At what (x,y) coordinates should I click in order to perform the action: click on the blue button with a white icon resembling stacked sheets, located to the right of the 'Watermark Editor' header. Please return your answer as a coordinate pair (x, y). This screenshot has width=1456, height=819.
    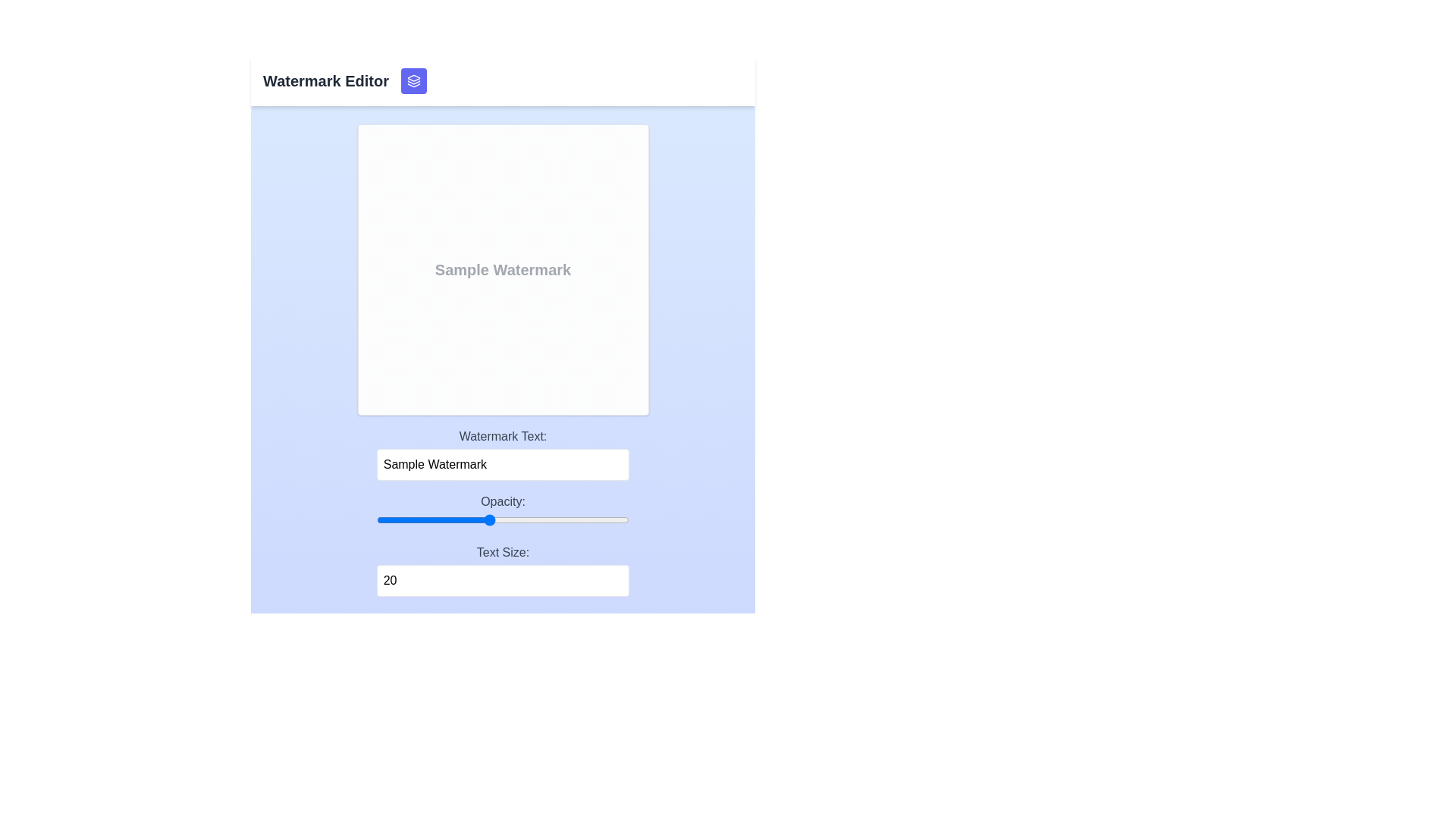
    Looking at the image, I should click on (414, 81).